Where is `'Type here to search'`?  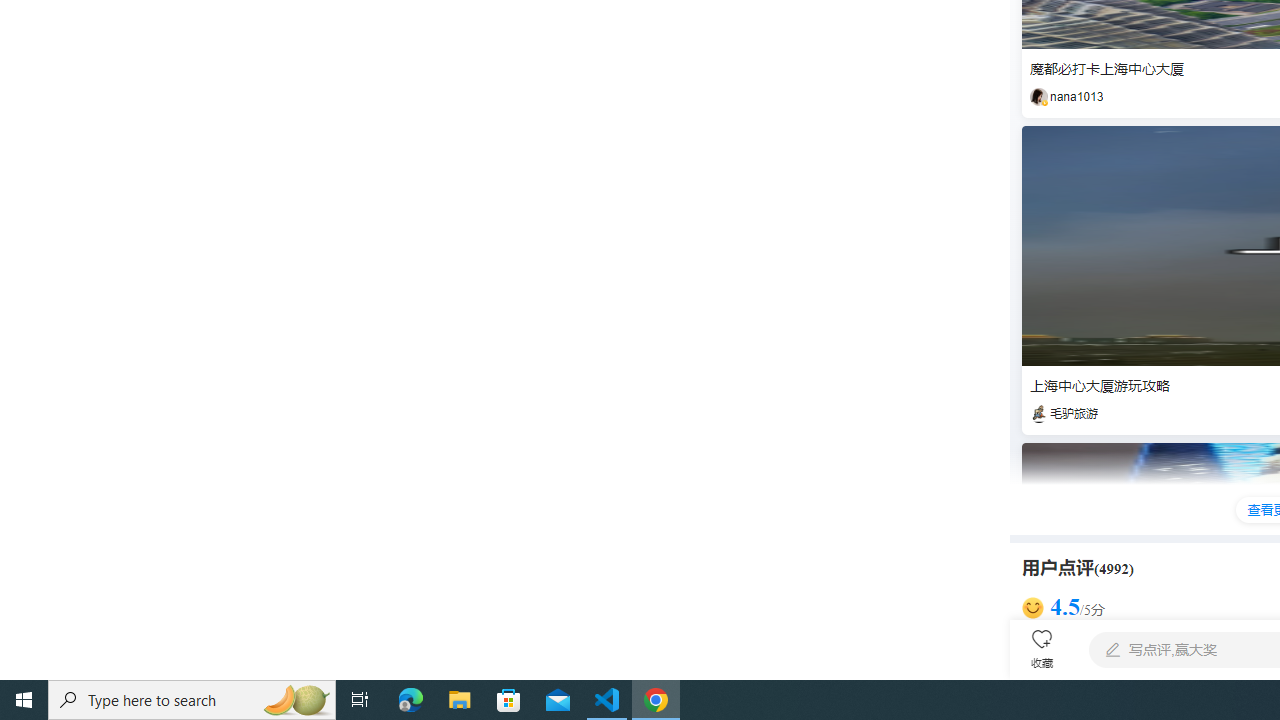 'Type here to search' is located at coordinates (192, 698).